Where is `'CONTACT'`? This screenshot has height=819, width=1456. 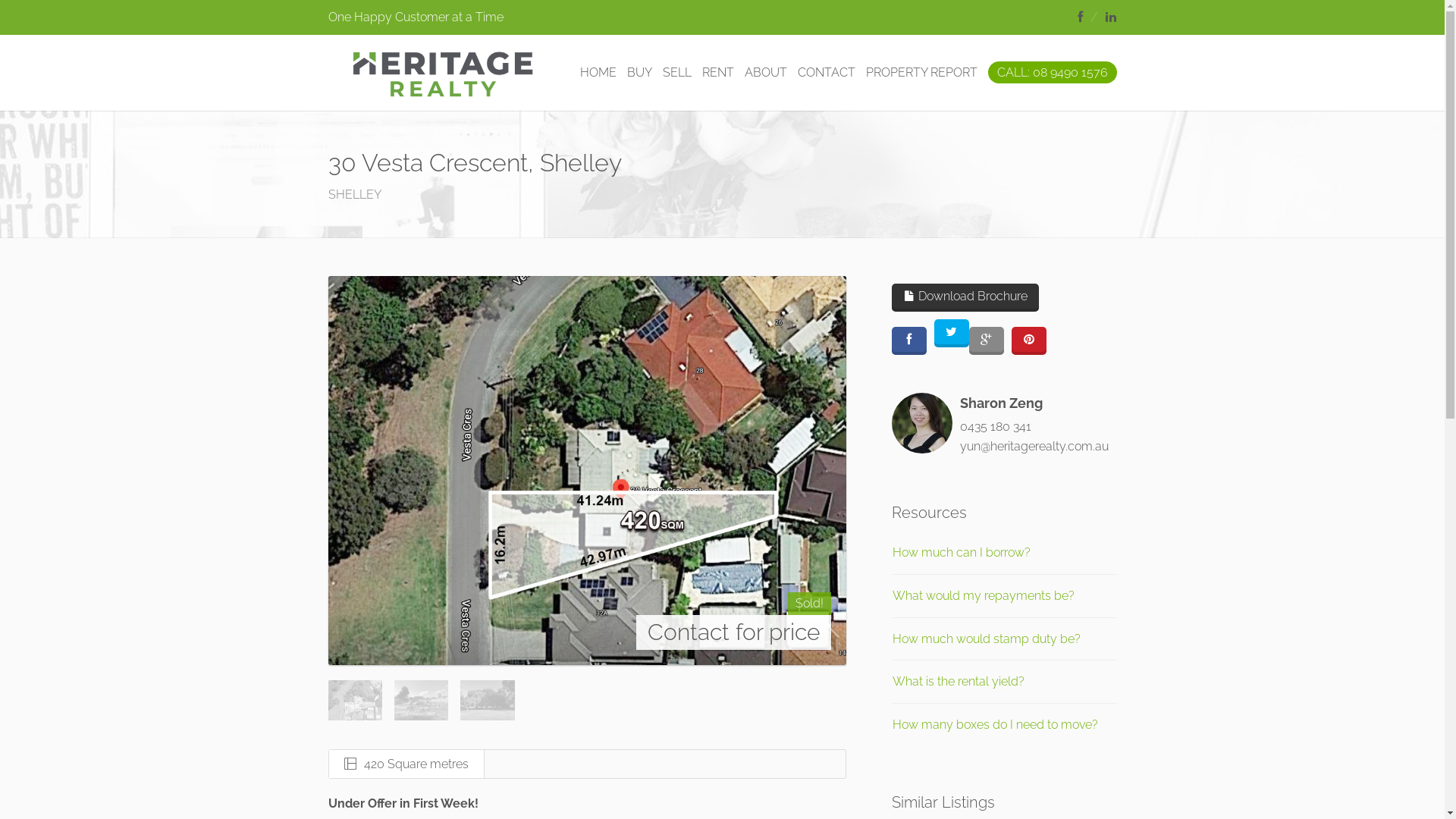
'CONTACT' is located at coordinates (825, 73).